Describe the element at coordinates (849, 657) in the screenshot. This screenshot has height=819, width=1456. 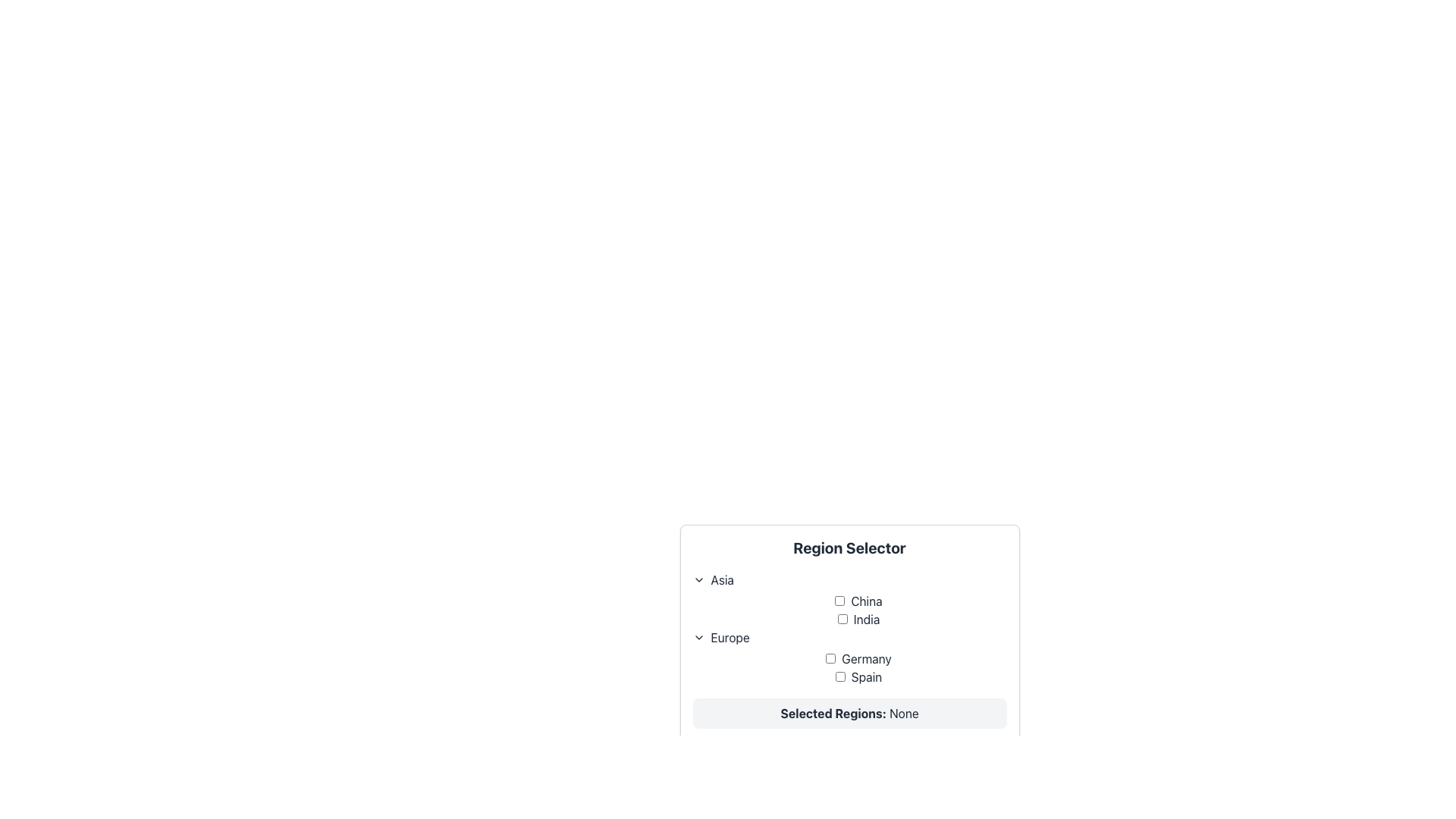
I see `the checkbox for selecting or deselecting the 'Germany' option located under the 'Europe' section in the region selector` at that location.